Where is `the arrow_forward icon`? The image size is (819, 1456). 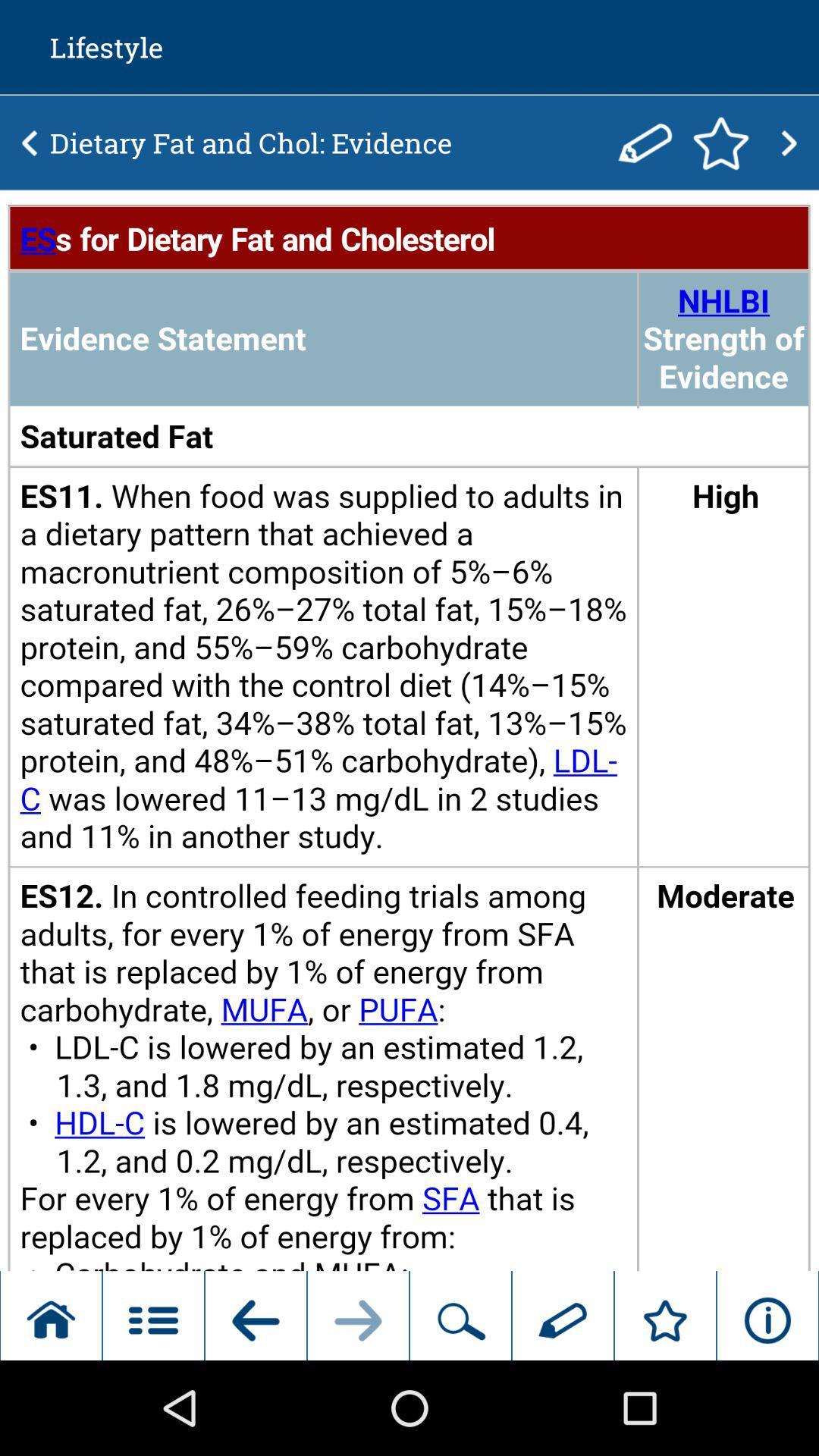
the arrow_forward icon is located at coordinates (788, 153).